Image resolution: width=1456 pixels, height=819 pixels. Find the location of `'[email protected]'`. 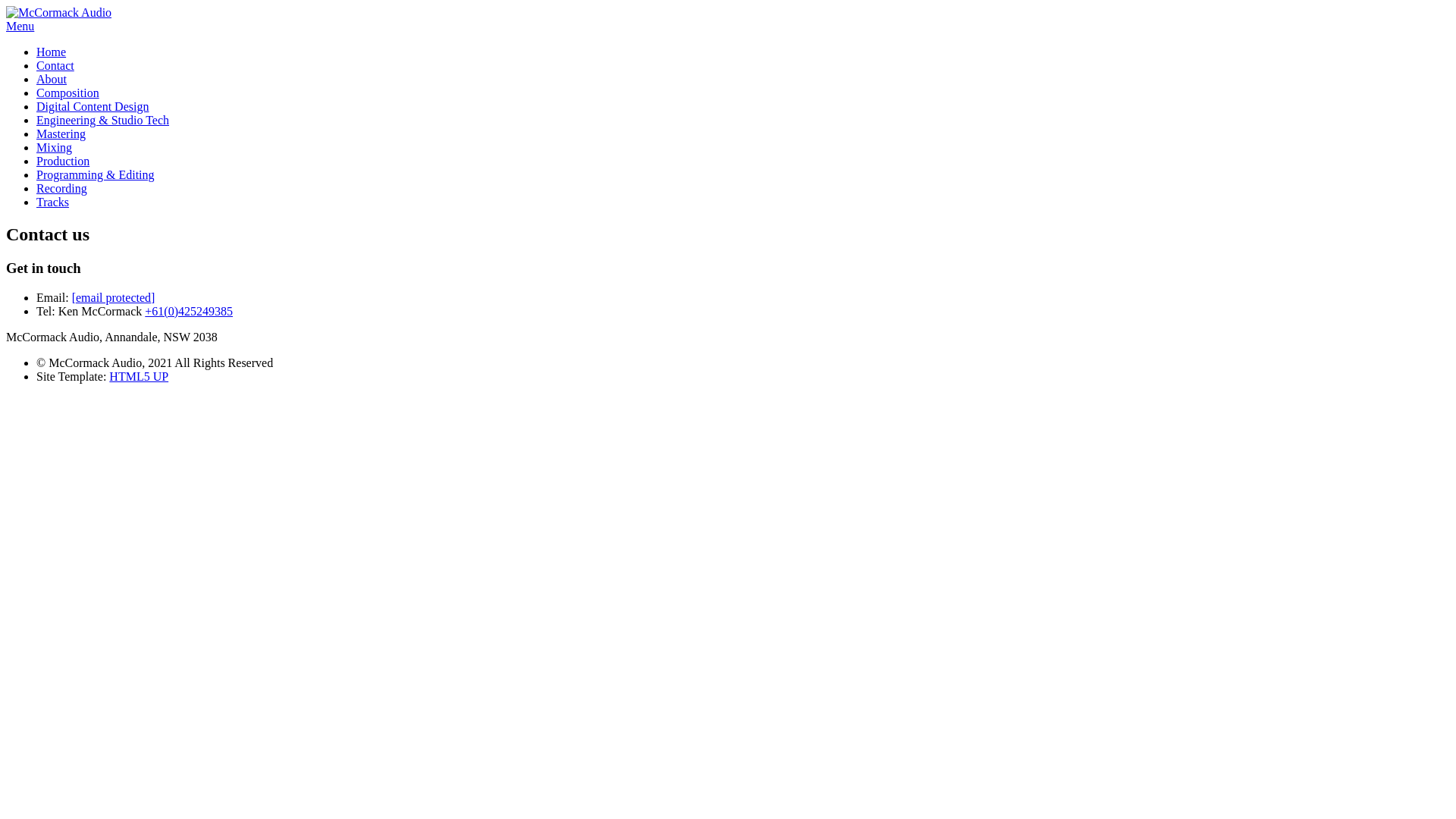

'[email protected]' is located at coordinates (112, 297).